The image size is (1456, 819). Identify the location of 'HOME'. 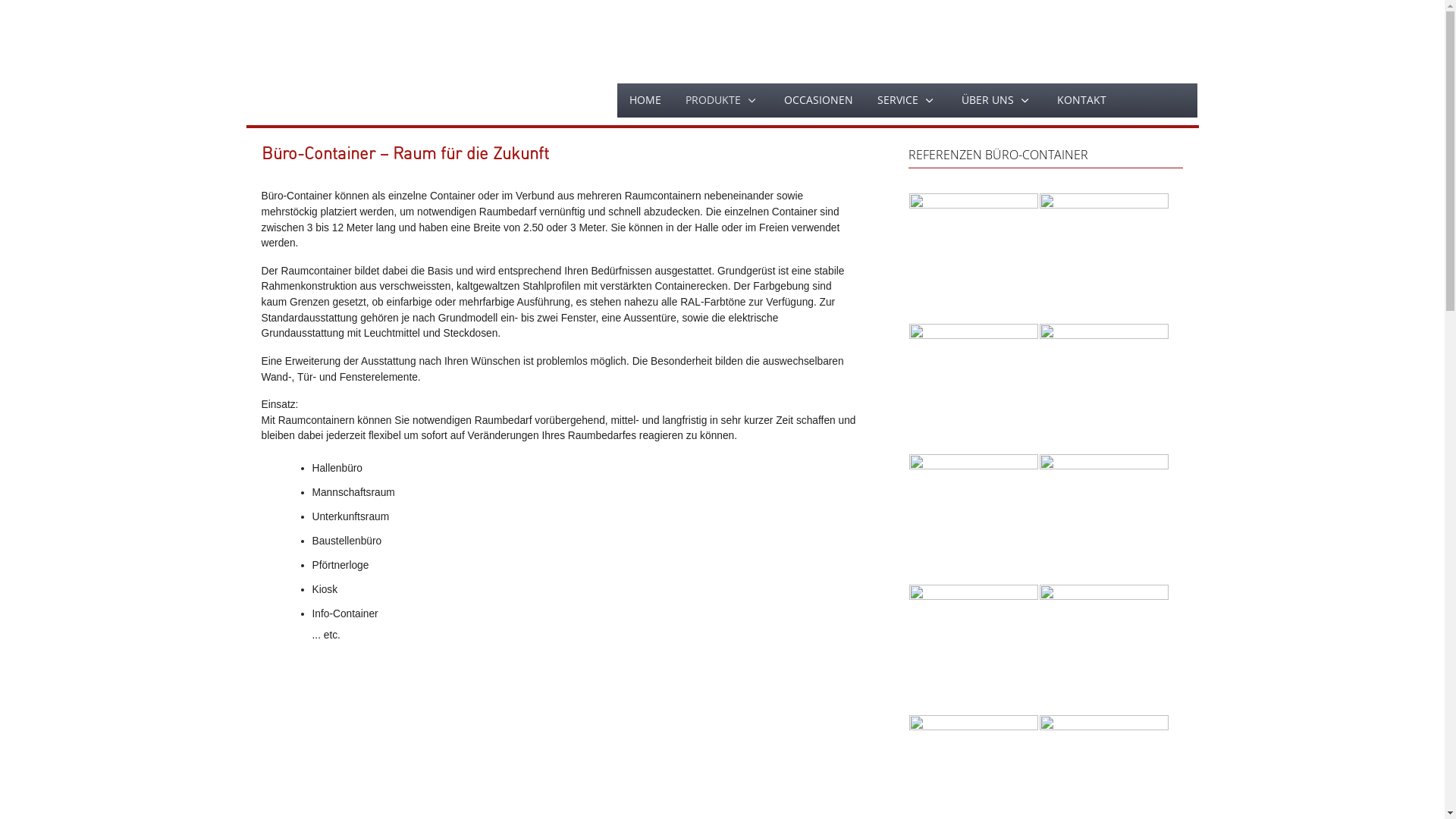
(617, 99).